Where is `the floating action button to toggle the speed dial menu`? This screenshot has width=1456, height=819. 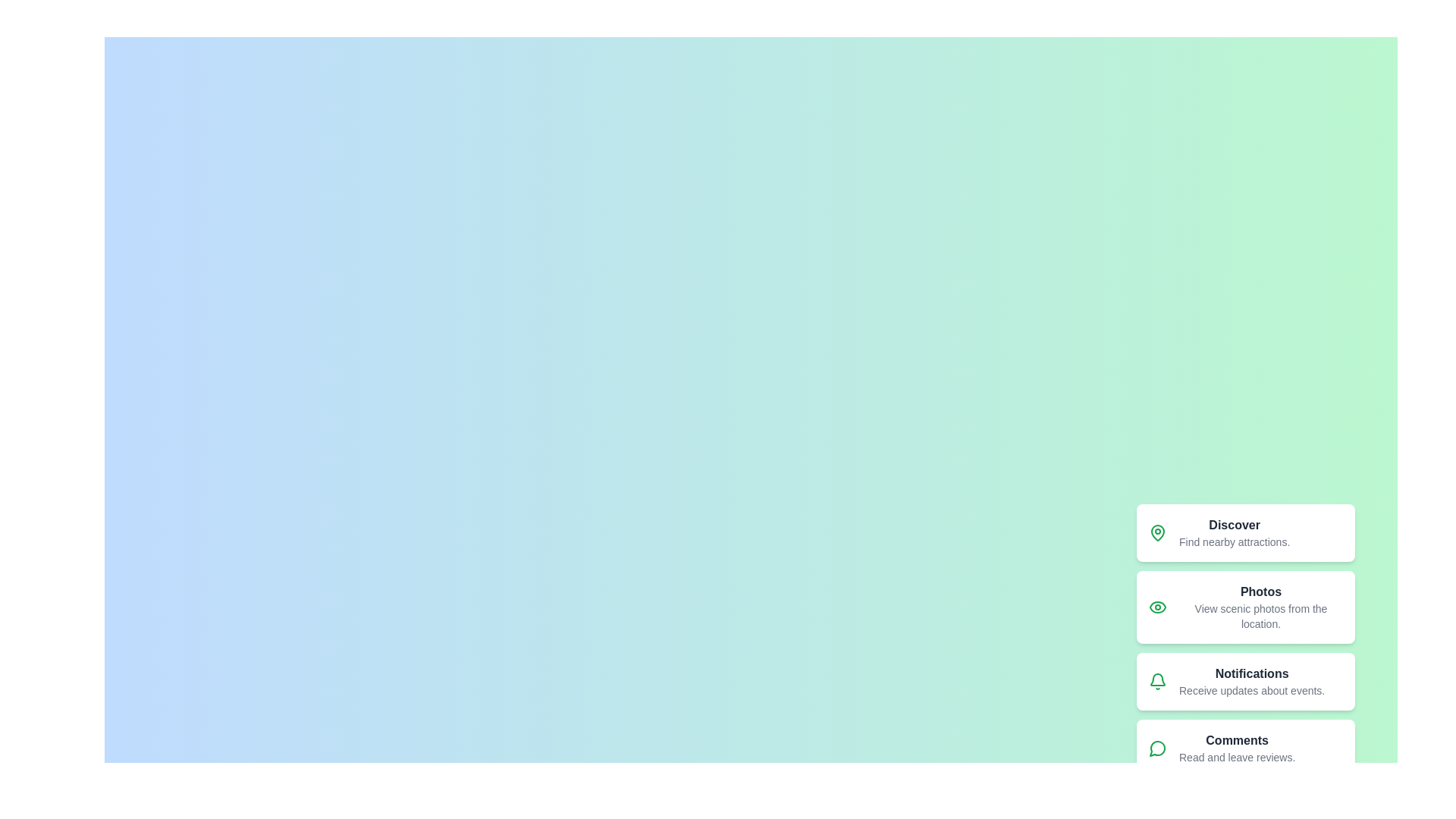
the floating action button to toggle the speed dial menu is located at coordinates (1344, 802).